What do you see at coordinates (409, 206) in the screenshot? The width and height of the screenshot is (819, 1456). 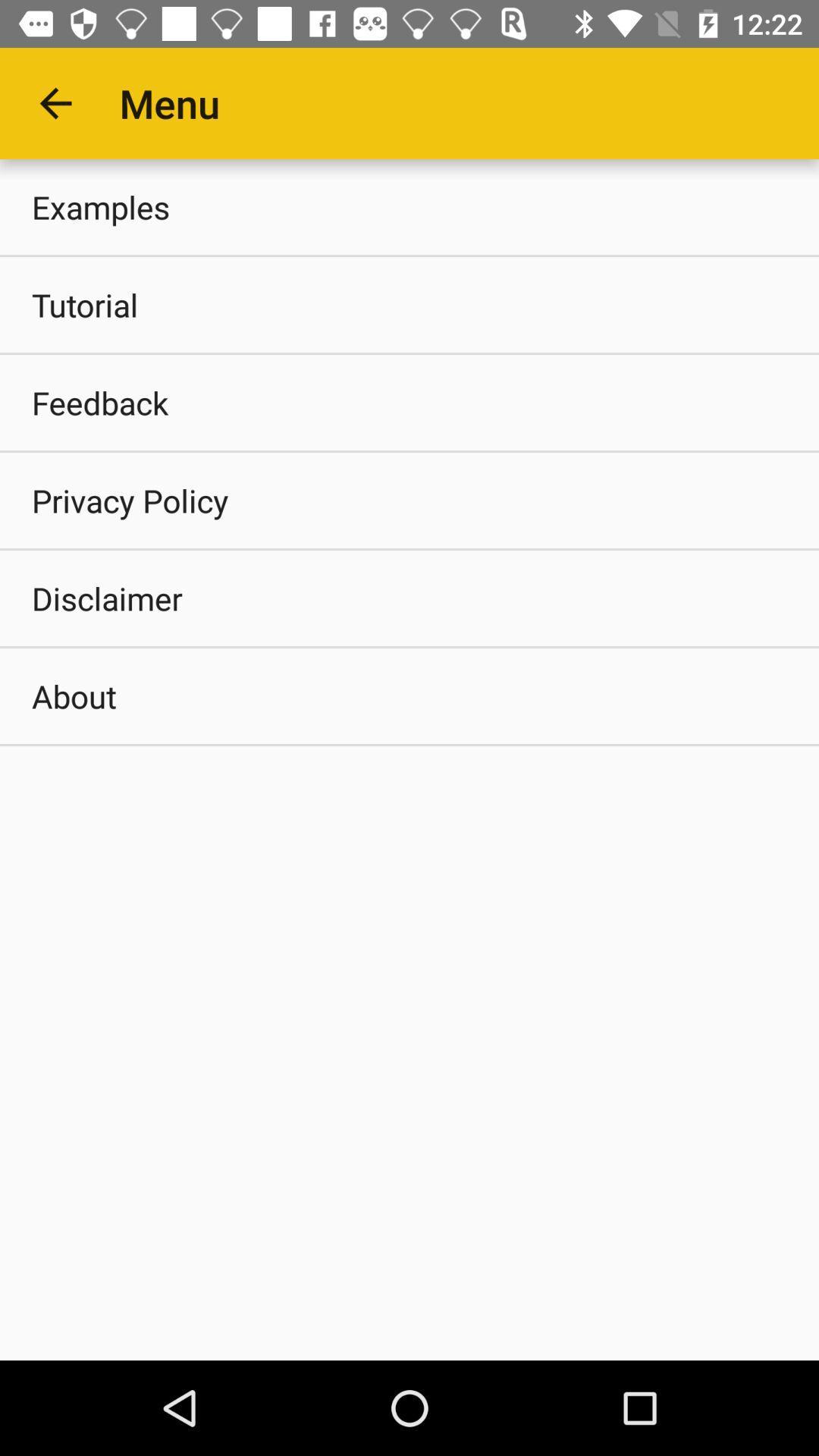 I see `examples` at bounding box center [409, 206].